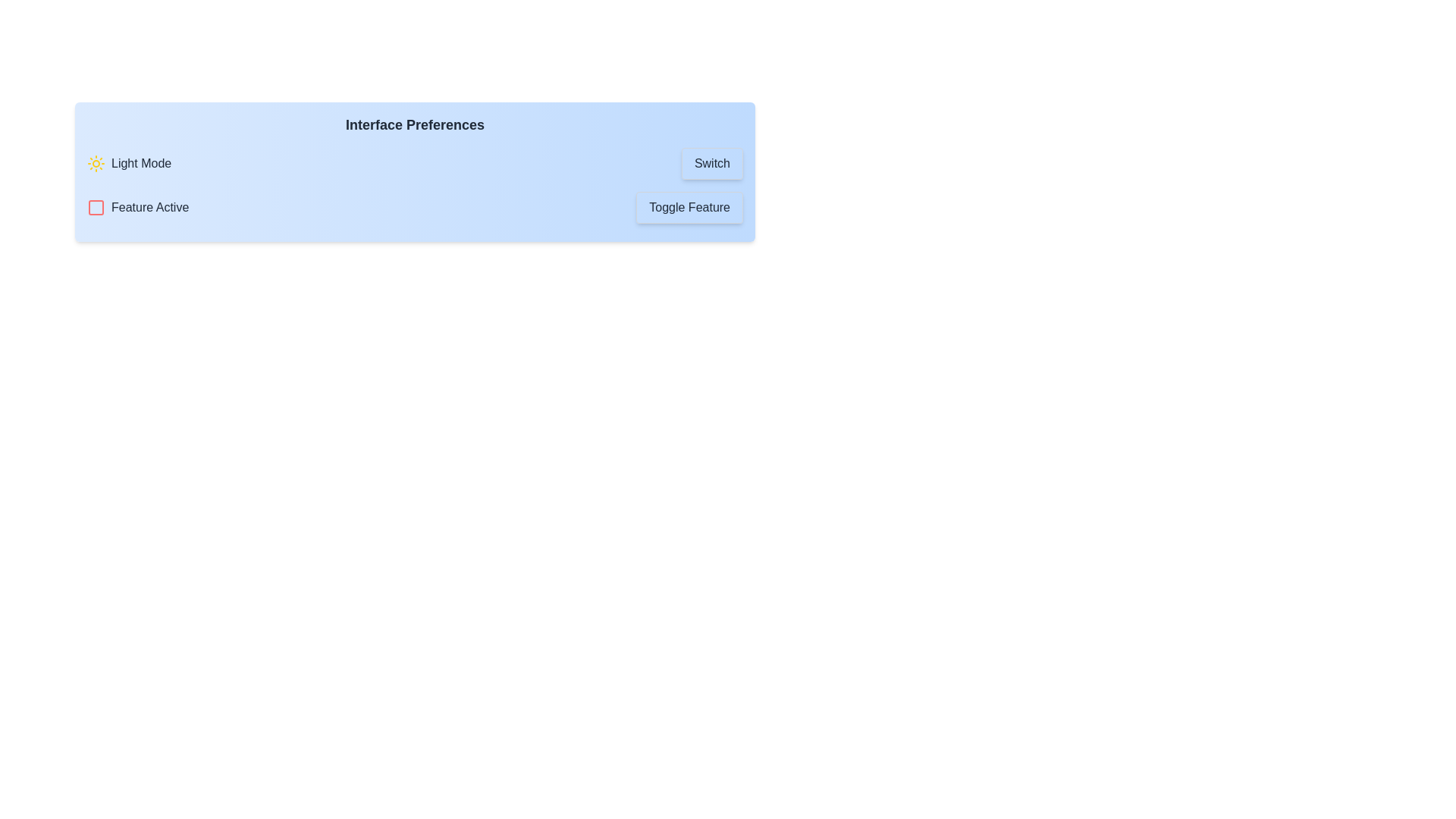 Image resolution: width=1456 pixels, height=819 pixels. What do you see at coordinates (138, 207) in the screenshot?
I see `the 'Feature Active' label with icon located to the left of the 'Toggle Feature' button` at bounding box center [138, 207].